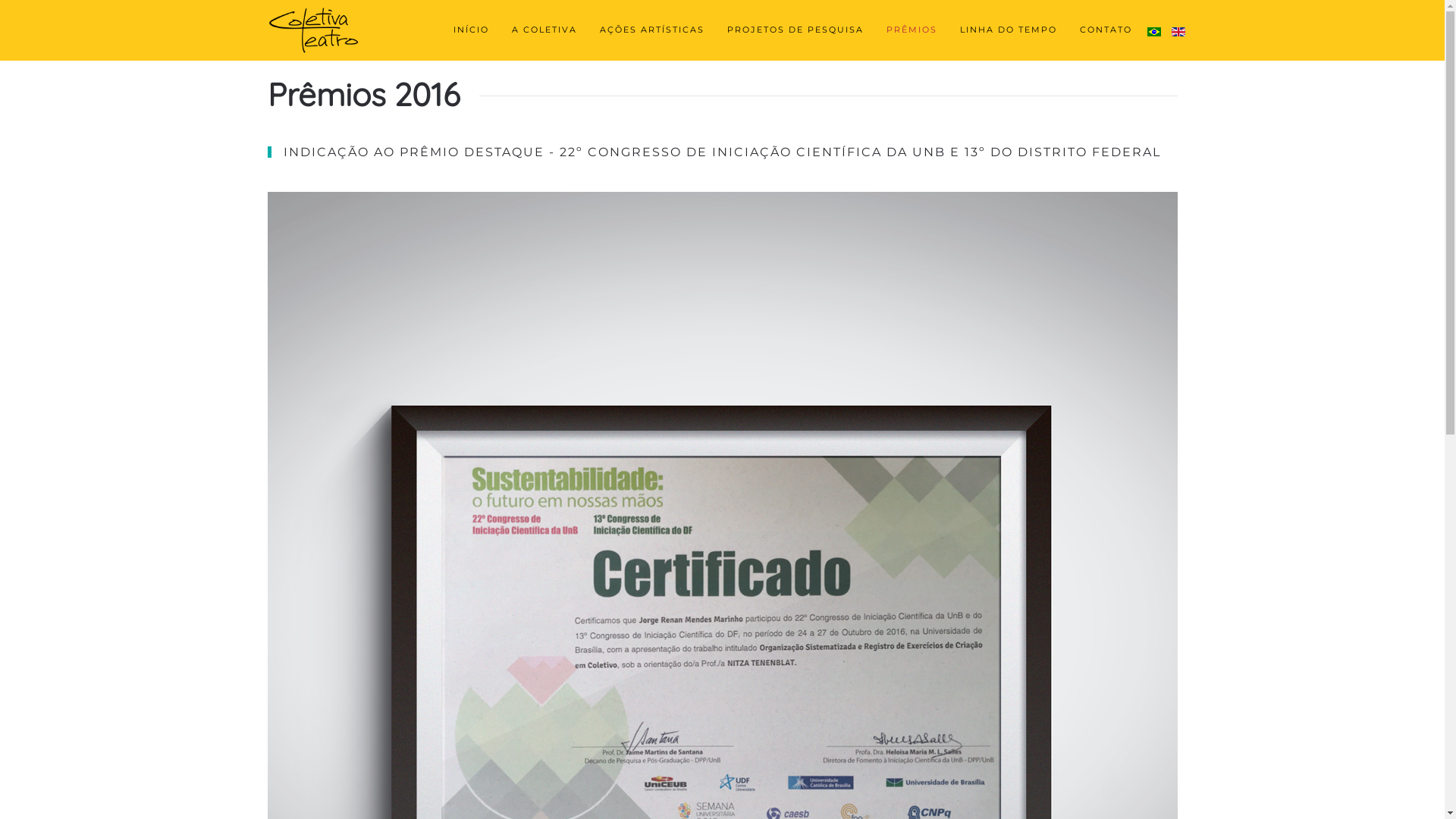  I want to click on 'A COLETIVA', so click(500, 30).